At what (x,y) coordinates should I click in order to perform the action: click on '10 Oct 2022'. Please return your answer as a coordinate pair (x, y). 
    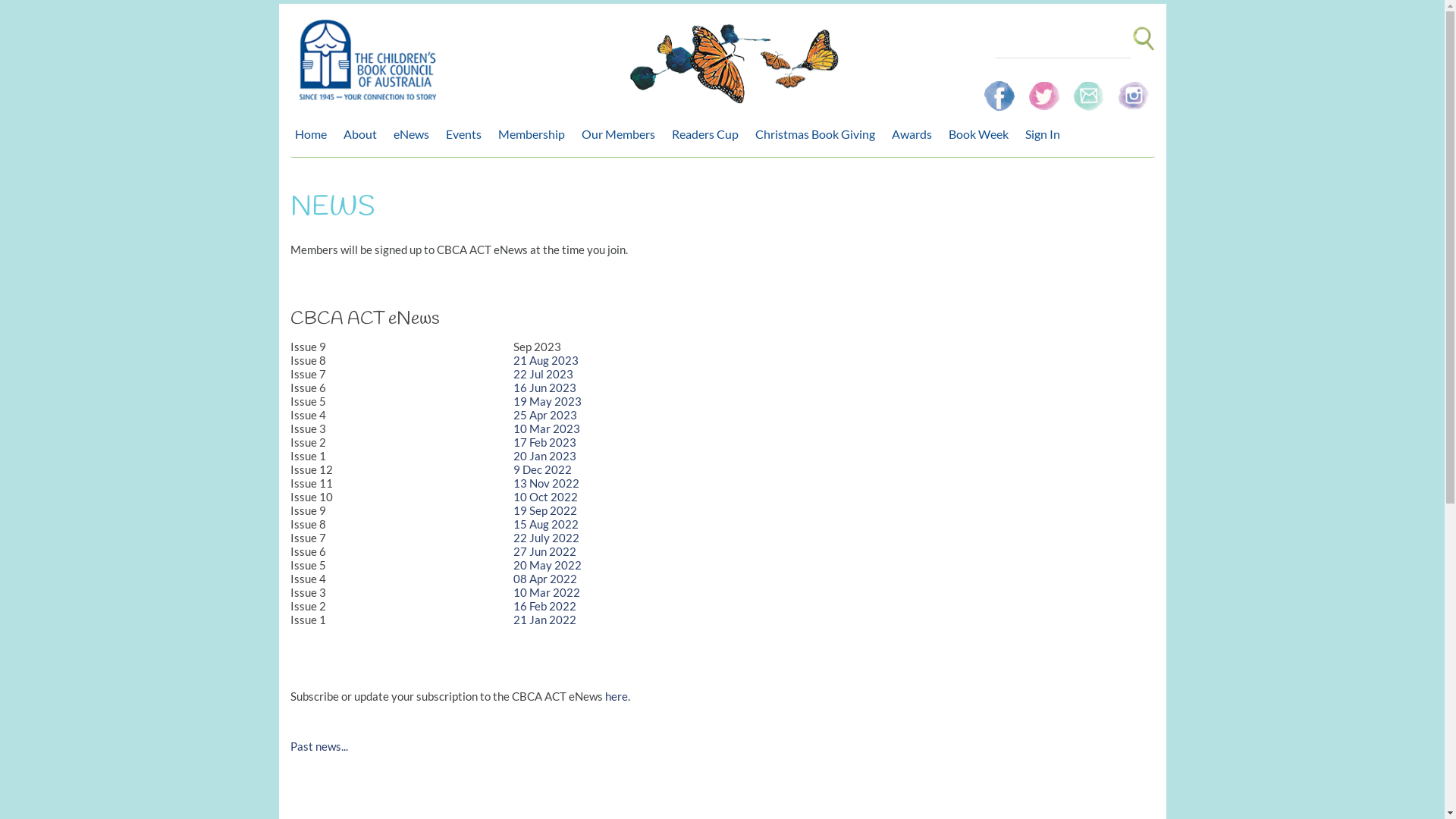
    Looking at the image, I should click on (545, 497).